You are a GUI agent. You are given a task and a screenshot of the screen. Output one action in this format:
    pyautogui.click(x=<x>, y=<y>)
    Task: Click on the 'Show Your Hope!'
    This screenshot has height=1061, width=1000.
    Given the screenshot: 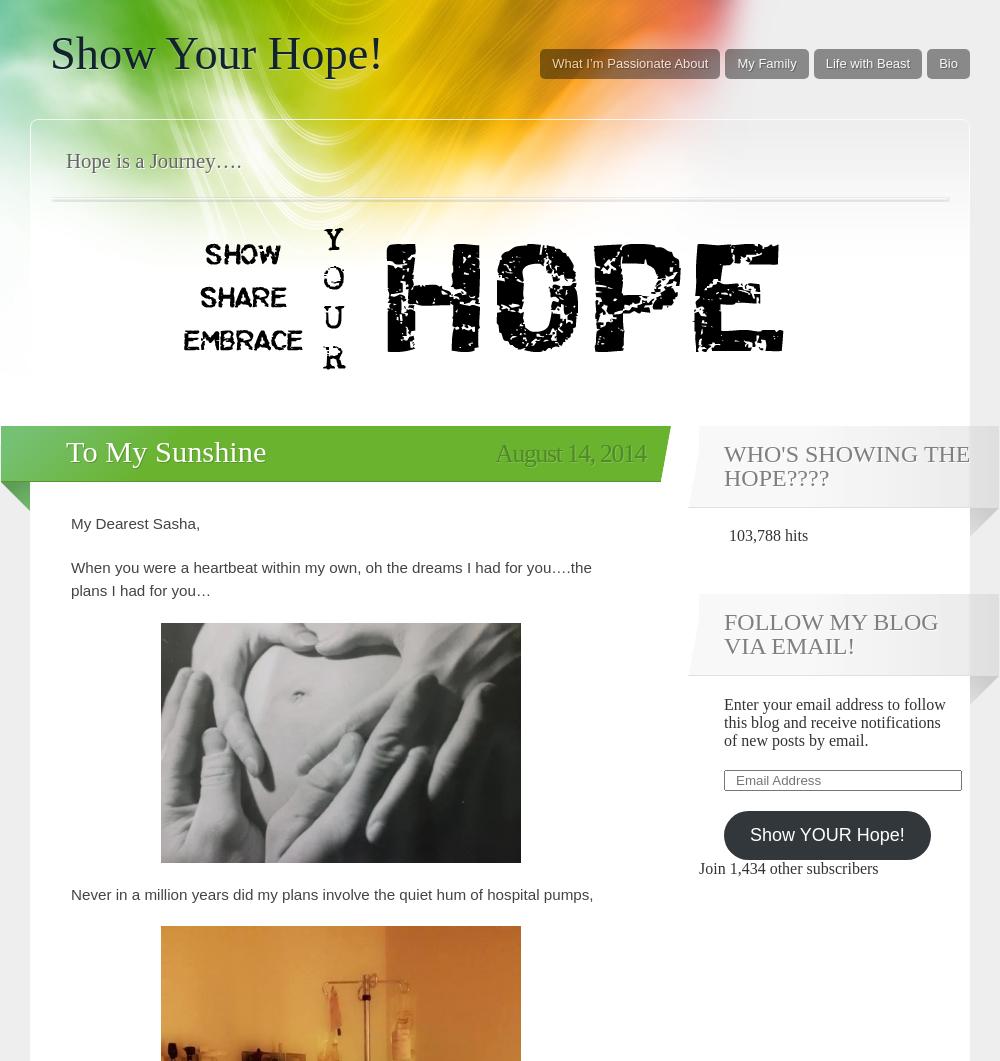 What is the action you would take?
    pyautogui.click(x=215, y=53)
    